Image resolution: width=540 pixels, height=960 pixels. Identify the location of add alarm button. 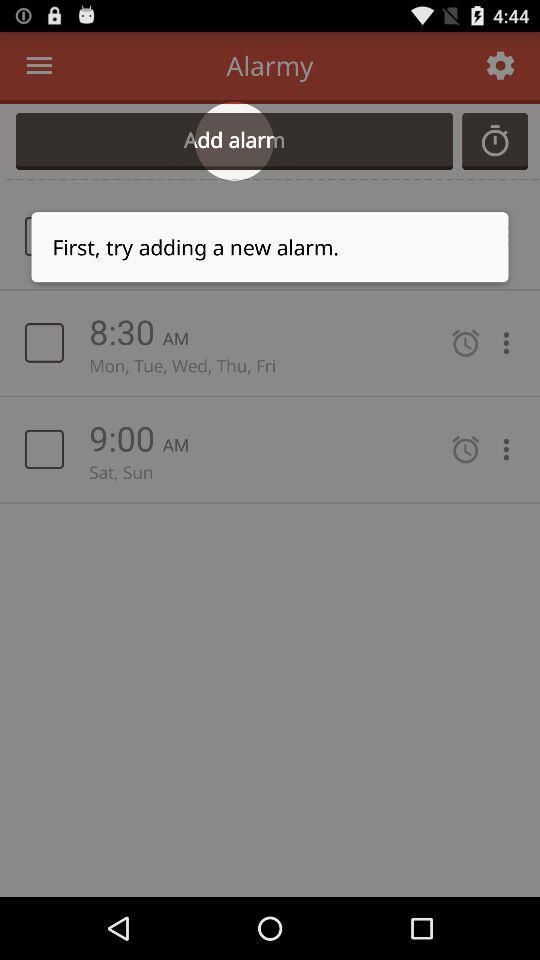
(233, 140).